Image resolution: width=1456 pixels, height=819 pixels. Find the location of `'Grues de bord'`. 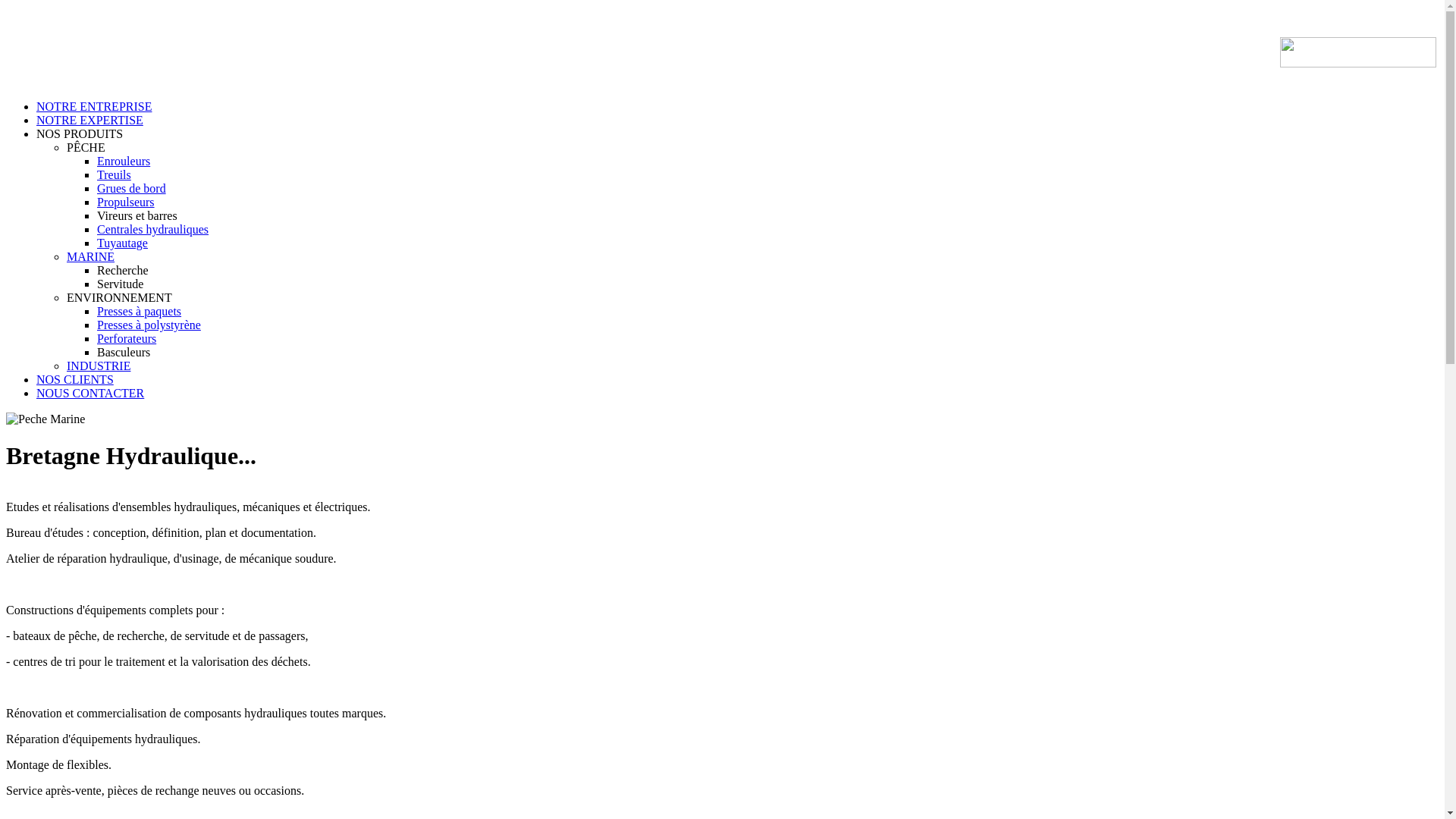

'Grues de bord' is located at coordinates (96, 187).